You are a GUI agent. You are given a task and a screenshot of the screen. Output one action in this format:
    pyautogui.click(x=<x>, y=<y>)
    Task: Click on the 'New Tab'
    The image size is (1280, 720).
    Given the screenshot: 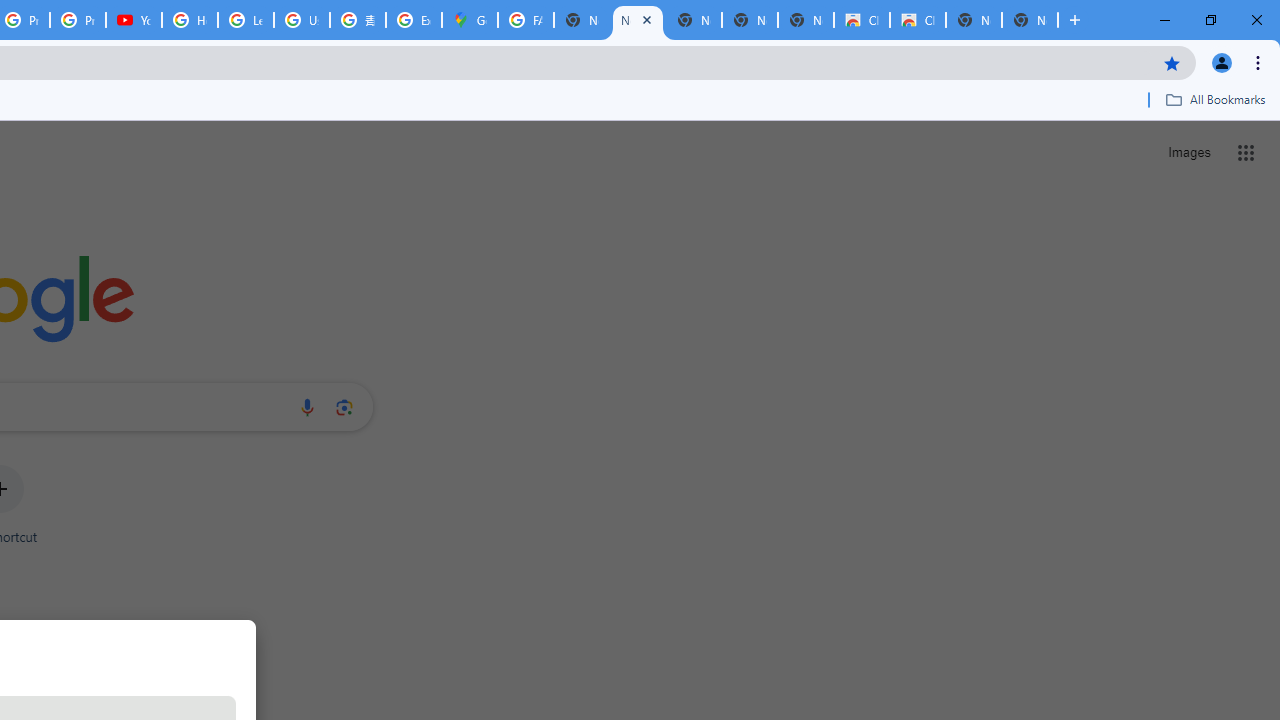 What is the action you would take?
    pyautogui.click(x=1030, y=20)
    